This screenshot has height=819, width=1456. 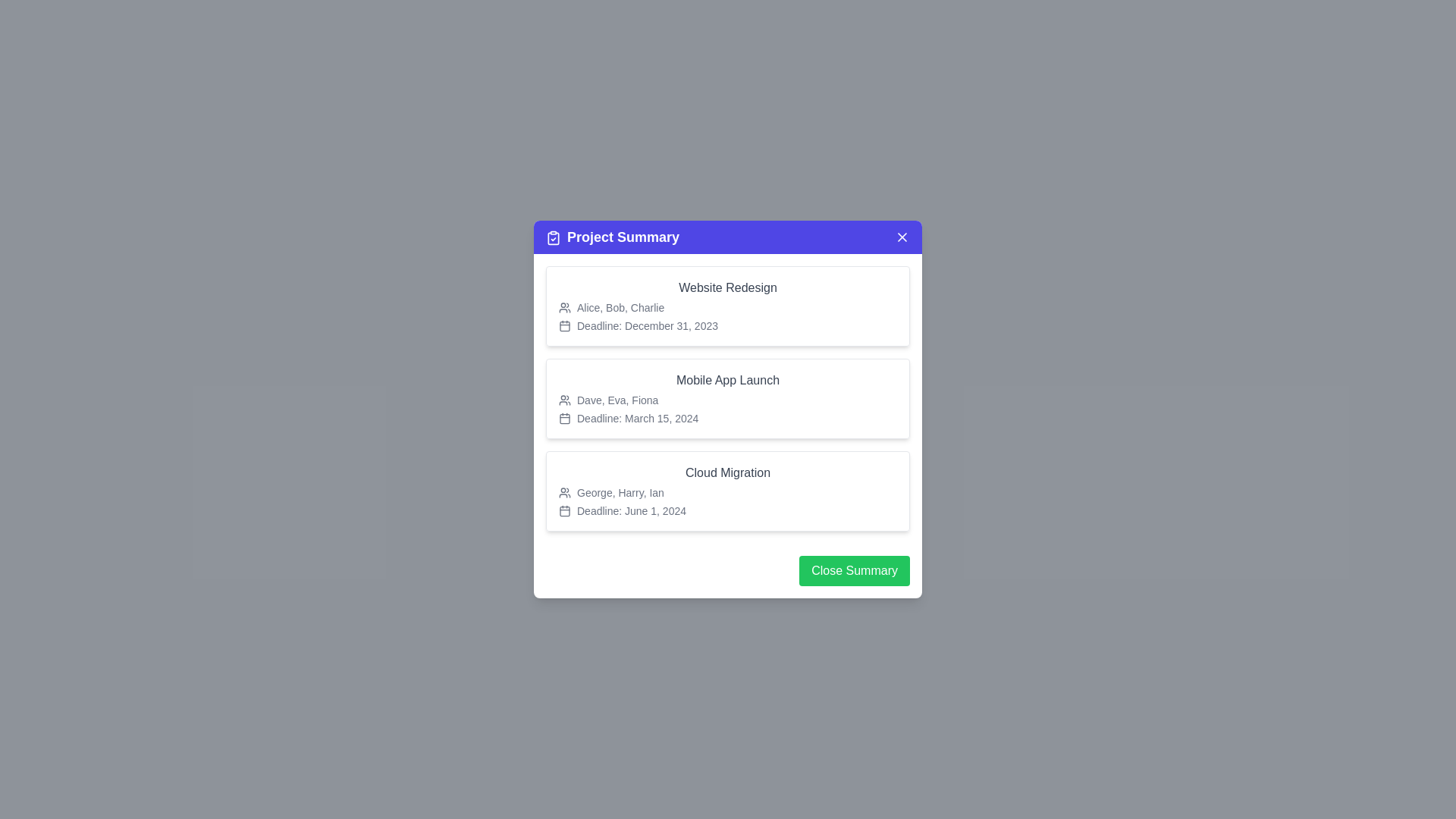 I want to click on 'Close Summary' button to close the dialog, so click(x=855, y=570).